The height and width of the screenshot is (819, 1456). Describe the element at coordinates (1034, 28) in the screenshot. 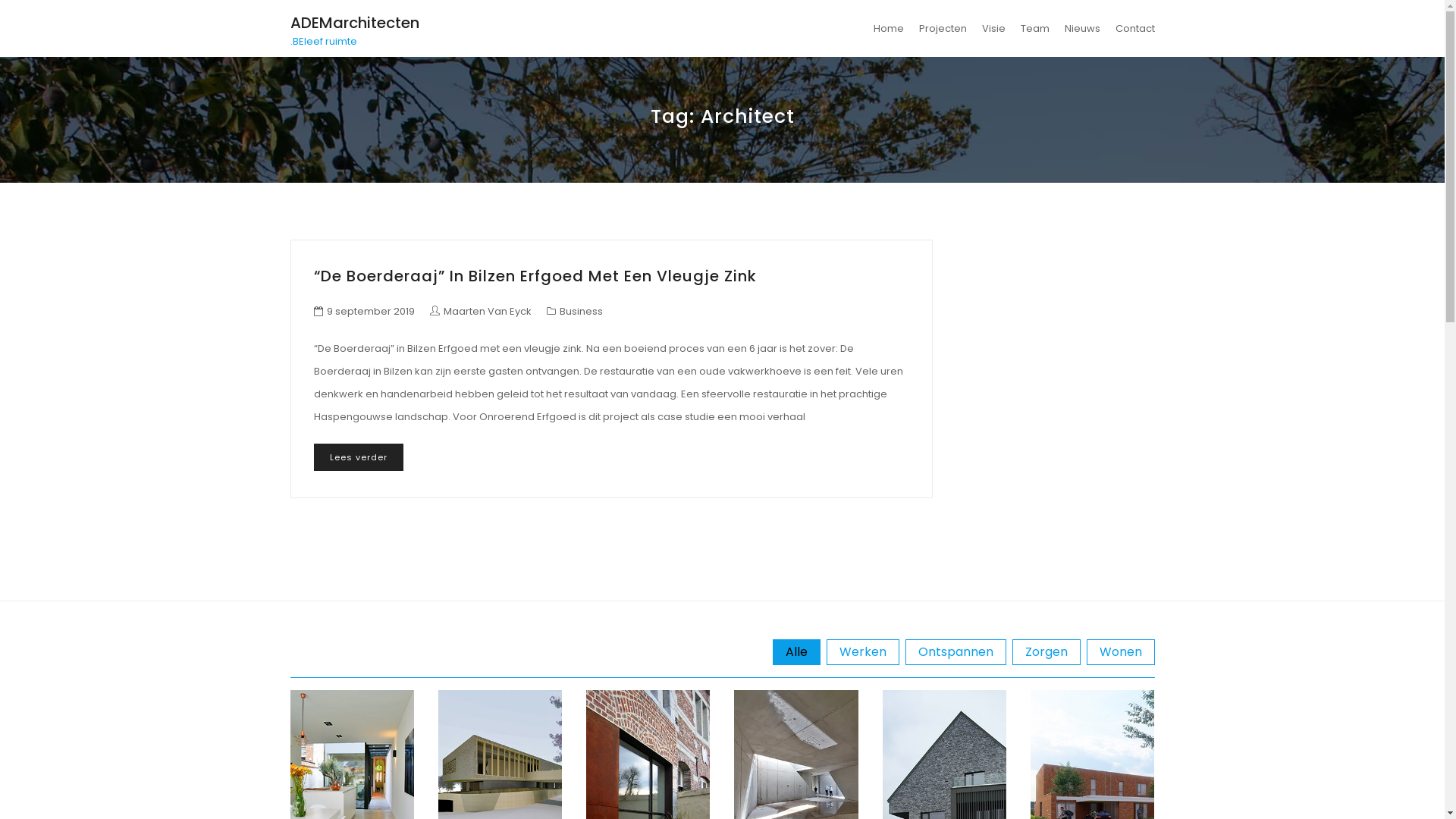

I see `'Team'` at that location.